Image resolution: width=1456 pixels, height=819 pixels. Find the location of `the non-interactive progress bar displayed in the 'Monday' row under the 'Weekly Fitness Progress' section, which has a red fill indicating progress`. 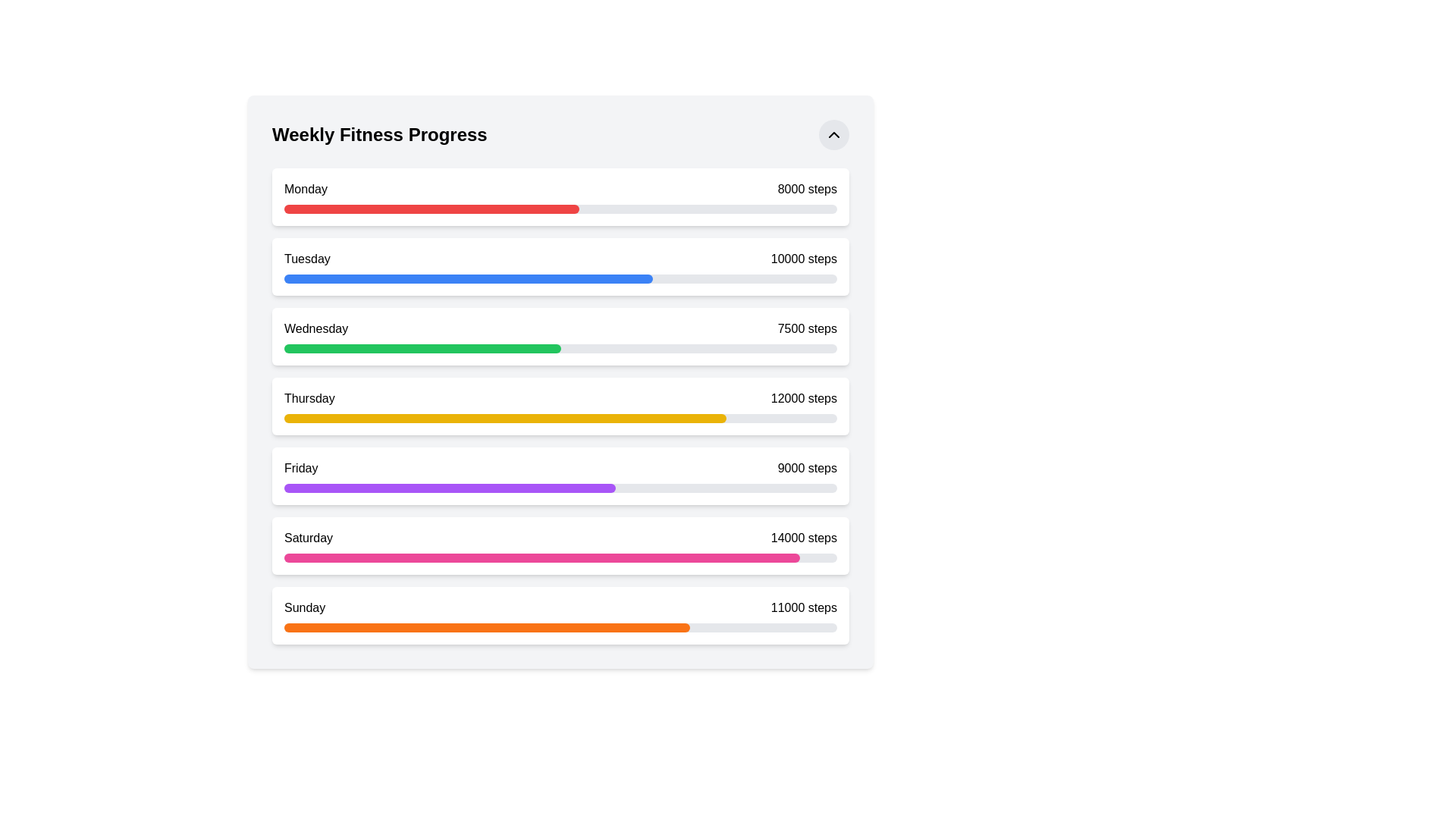

the non-interactive progress bar displayed in the 'Monday' row under the 'Weekly Fitness Progress' section, which has a red fill indicating progress is located at coordinates (431, 209).